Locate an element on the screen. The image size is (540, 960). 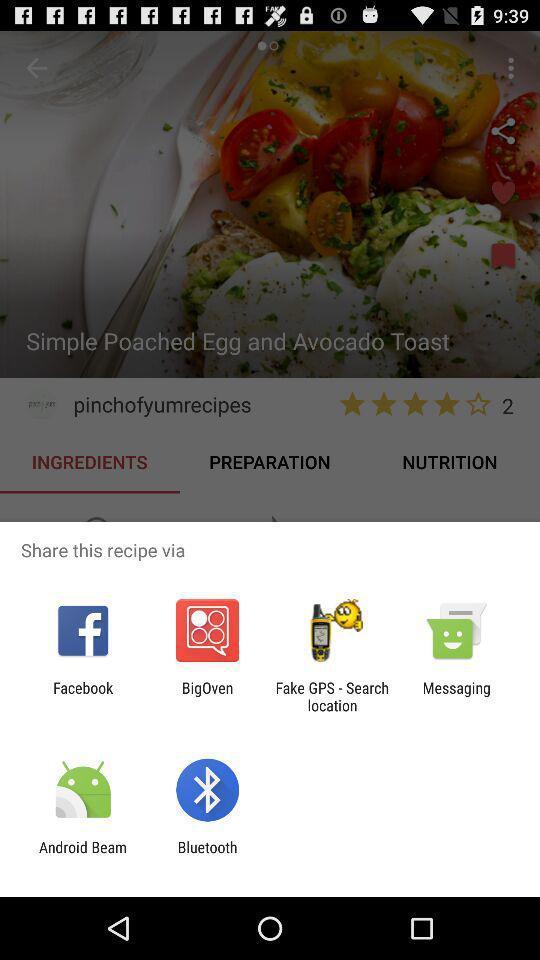
the item to the right of facebook app is located at coordinates (206, 696).